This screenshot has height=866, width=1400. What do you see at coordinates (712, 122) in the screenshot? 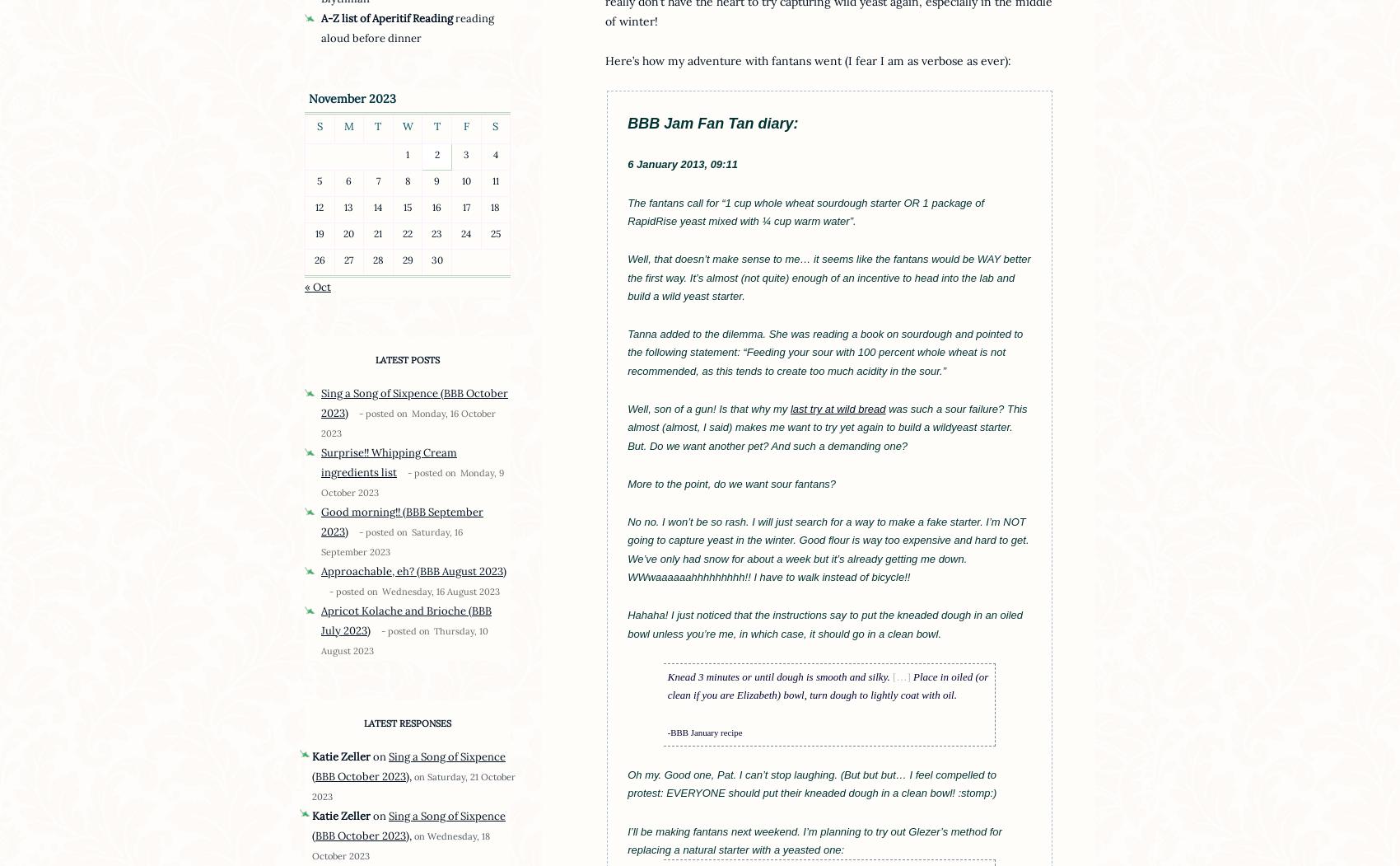
I see `'BBB Jam Fan Tan diary:'` at bounding box center [712, 122].